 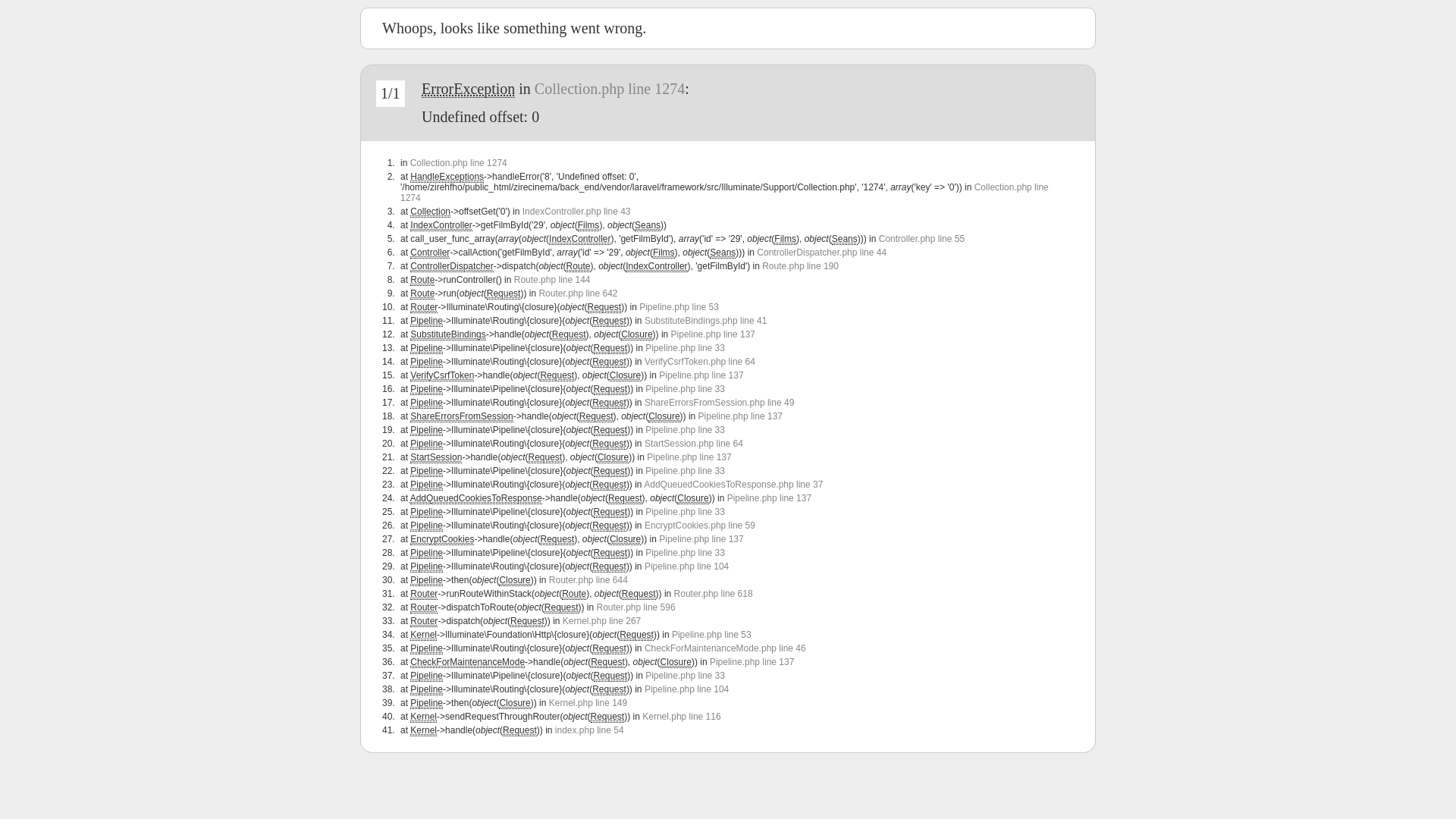 I want to click on 'EncryptCookies.php line 59', so click(x=698, y=525).